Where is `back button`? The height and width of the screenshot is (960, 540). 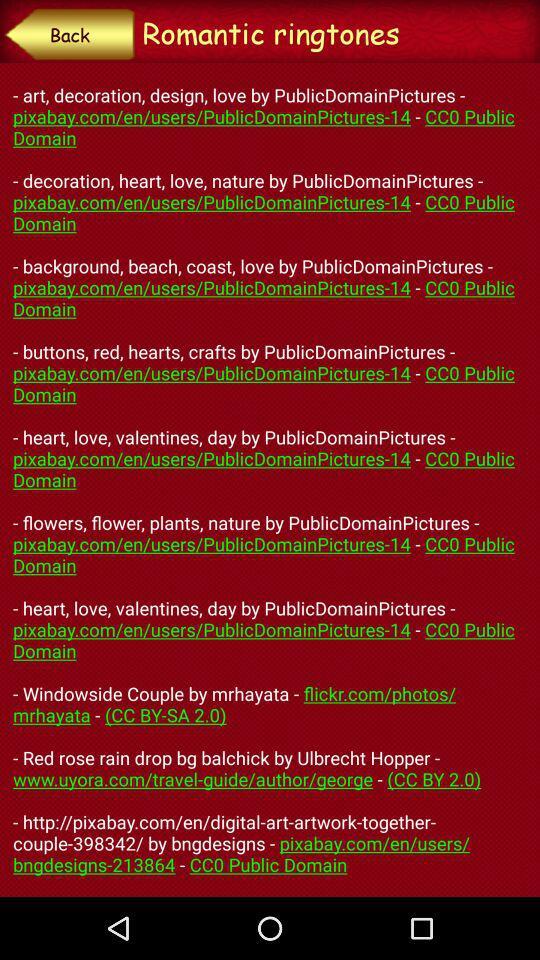 back button is located at coordinates (68, 33).